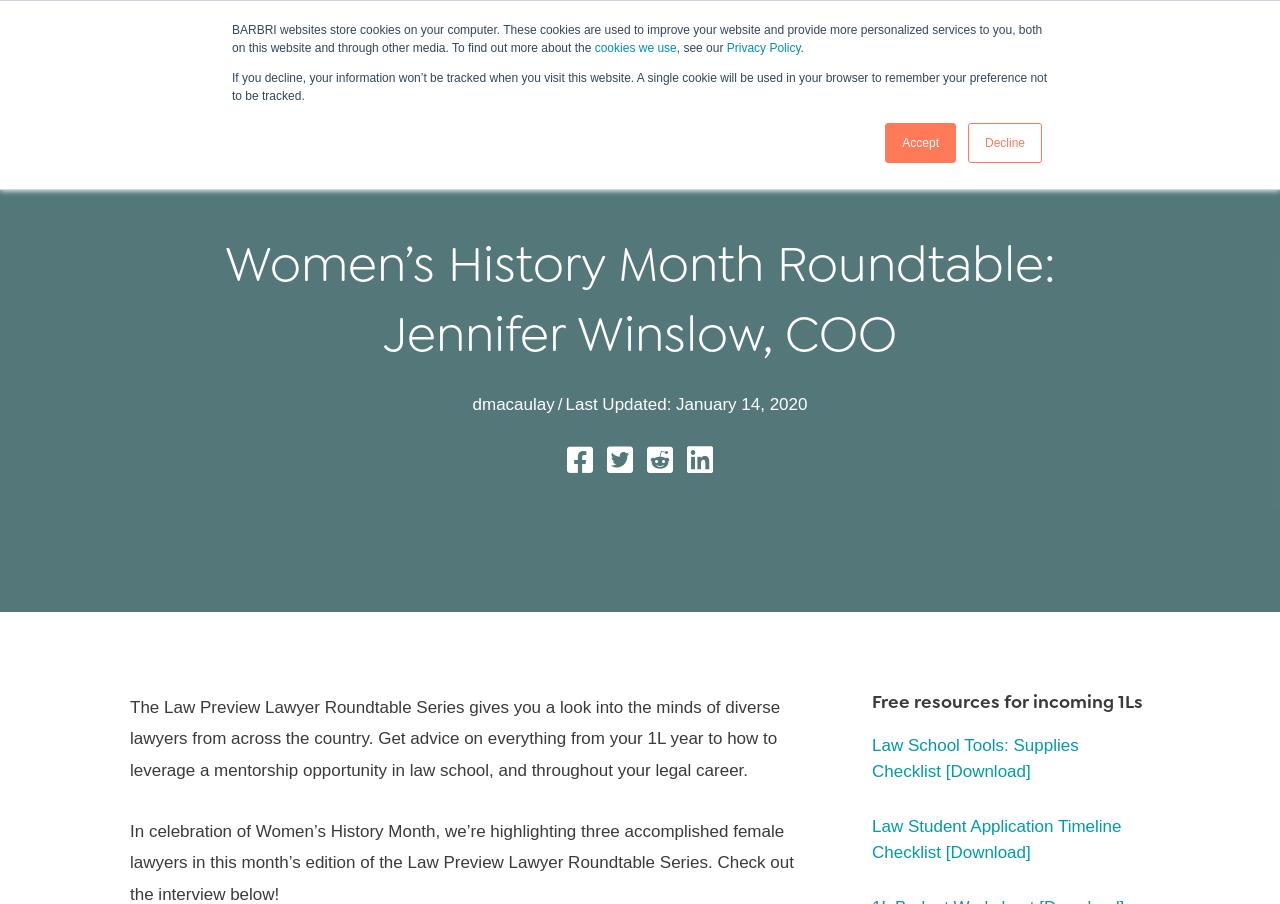 The image size is (1280, 904). Describe the element at coordinates (1007, 699) in the screenshot. I see `'Free resources for incoming 1Ls'` at that location.